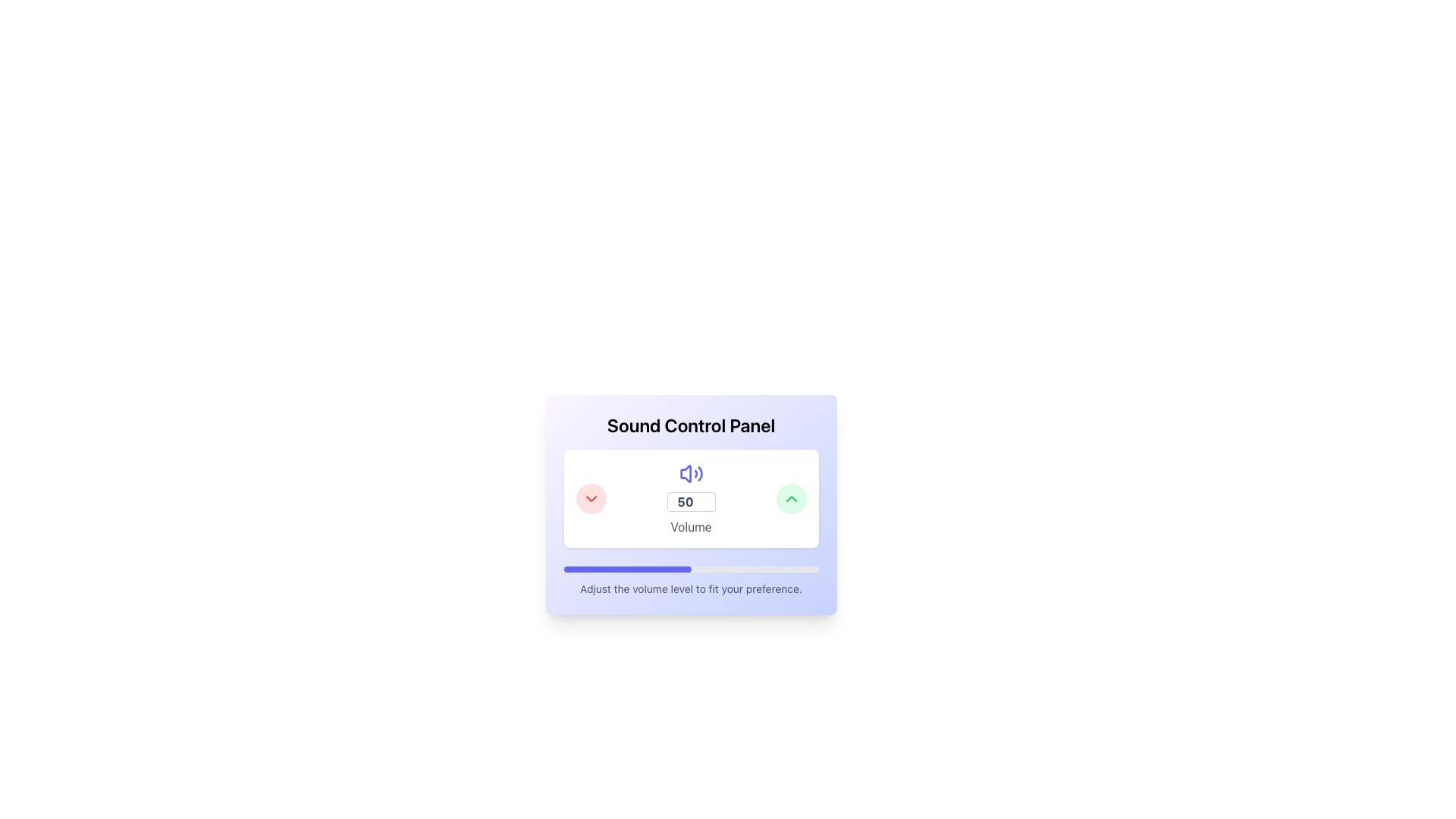 This screenshot has height=819, width=1456. Describe the element at coordinates (690, 472) in the screenshot. I see `the vibrant indigo speaker icon with sound waves, located at the top center of the control panel above the Volume numeric input box` at that location.